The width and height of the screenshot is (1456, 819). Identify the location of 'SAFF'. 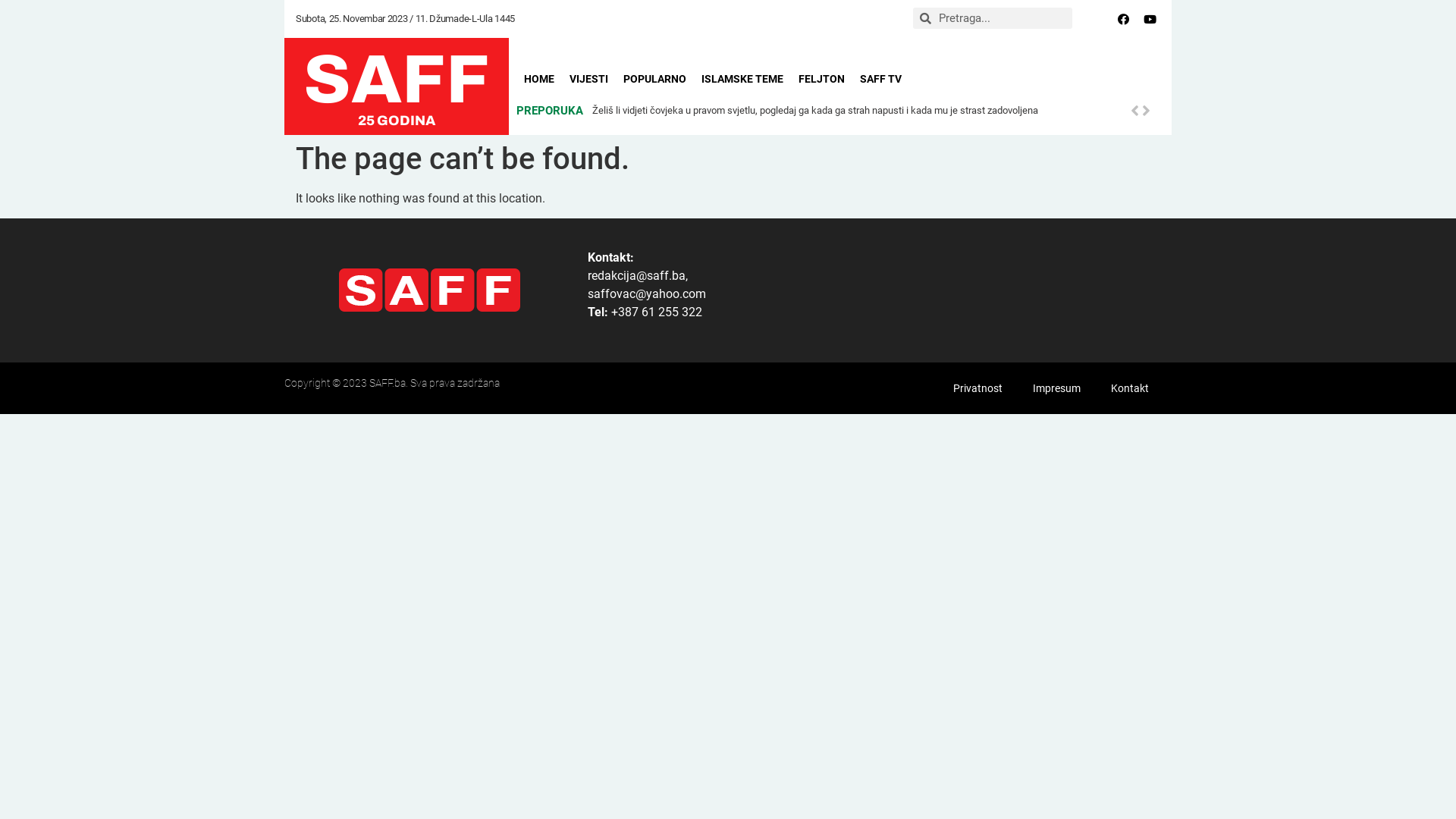
(397, 79).